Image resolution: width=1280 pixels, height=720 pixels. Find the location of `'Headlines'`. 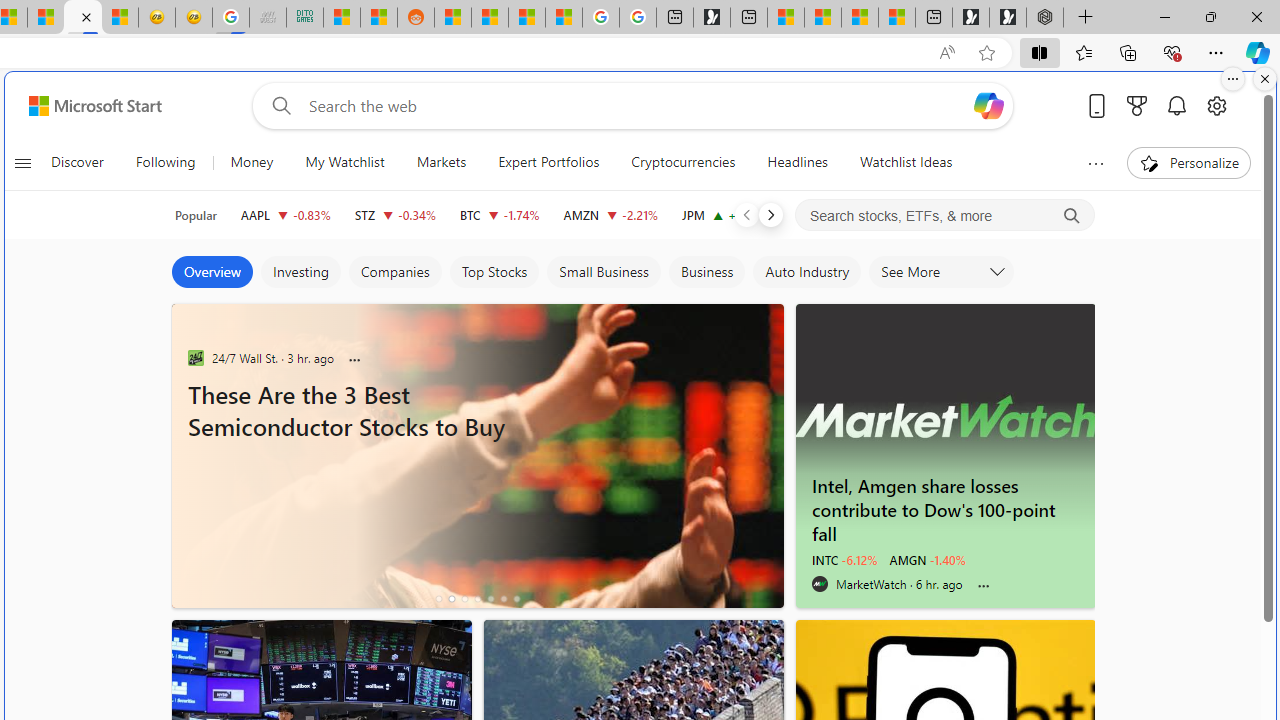

'Headlines' is located at coordinates (796, 162).